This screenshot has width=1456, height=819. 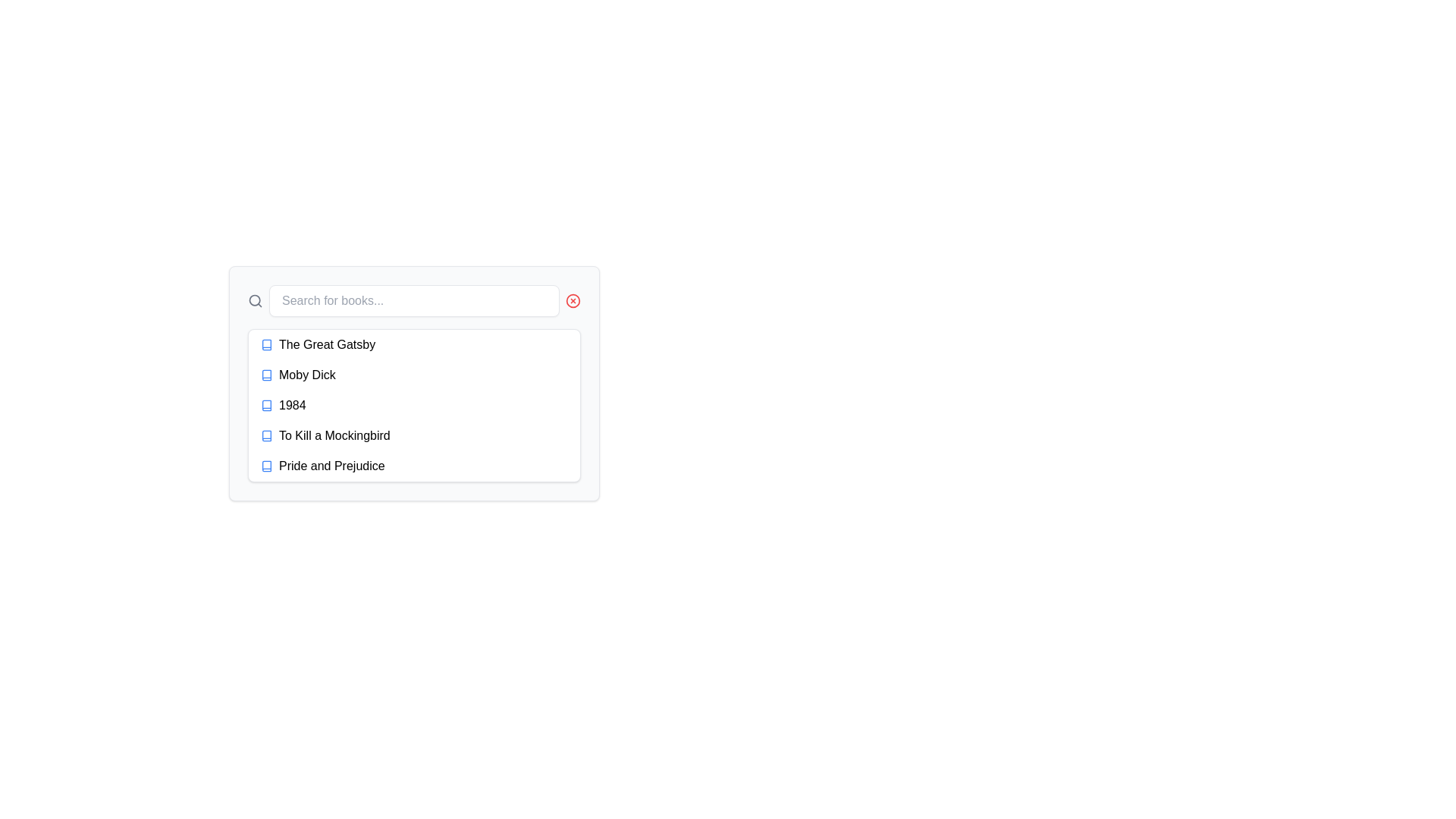 I want to click on the clear button located in the top-right corner of the search input box to clear the entered text, so click(x=572, y=301).